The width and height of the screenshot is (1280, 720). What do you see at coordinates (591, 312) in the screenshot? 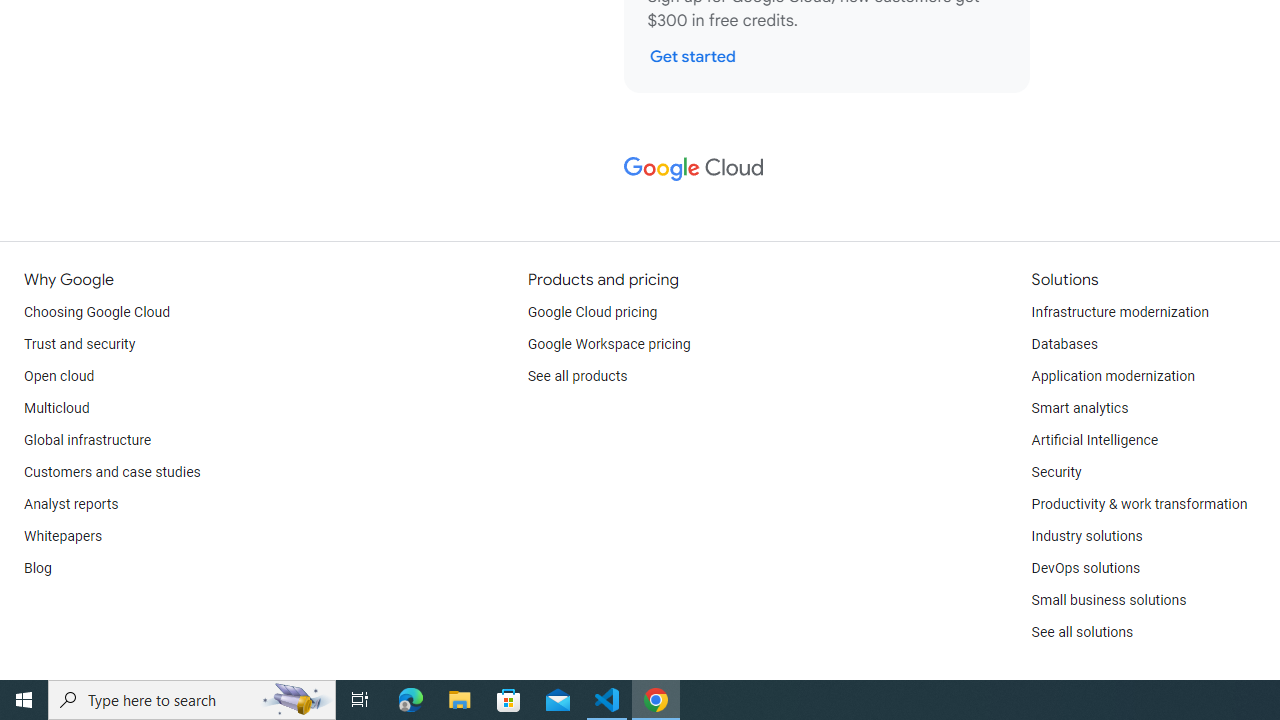
I see `'Google Cloud pricing'` at bounding box center [591, 312].